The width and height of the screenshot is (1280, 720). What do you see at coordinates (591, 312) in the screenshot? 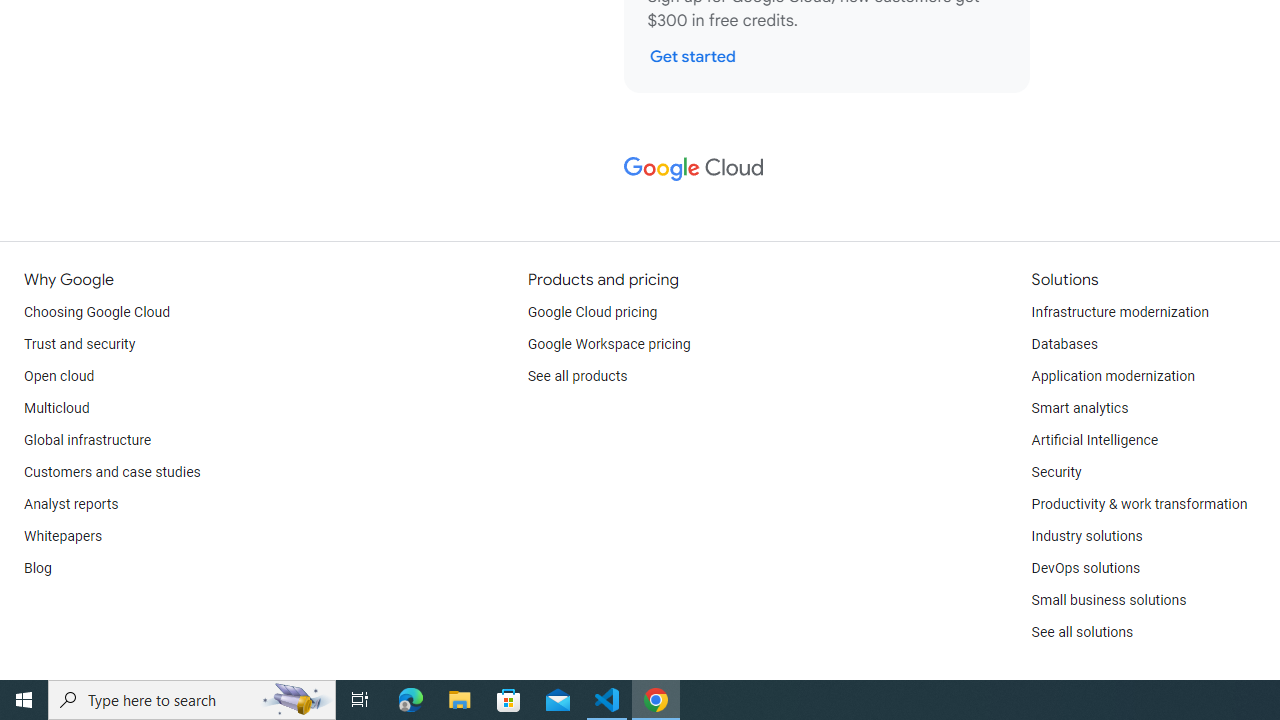
I see `'Google Cloud pricing'` at bounding box center [591, 312].